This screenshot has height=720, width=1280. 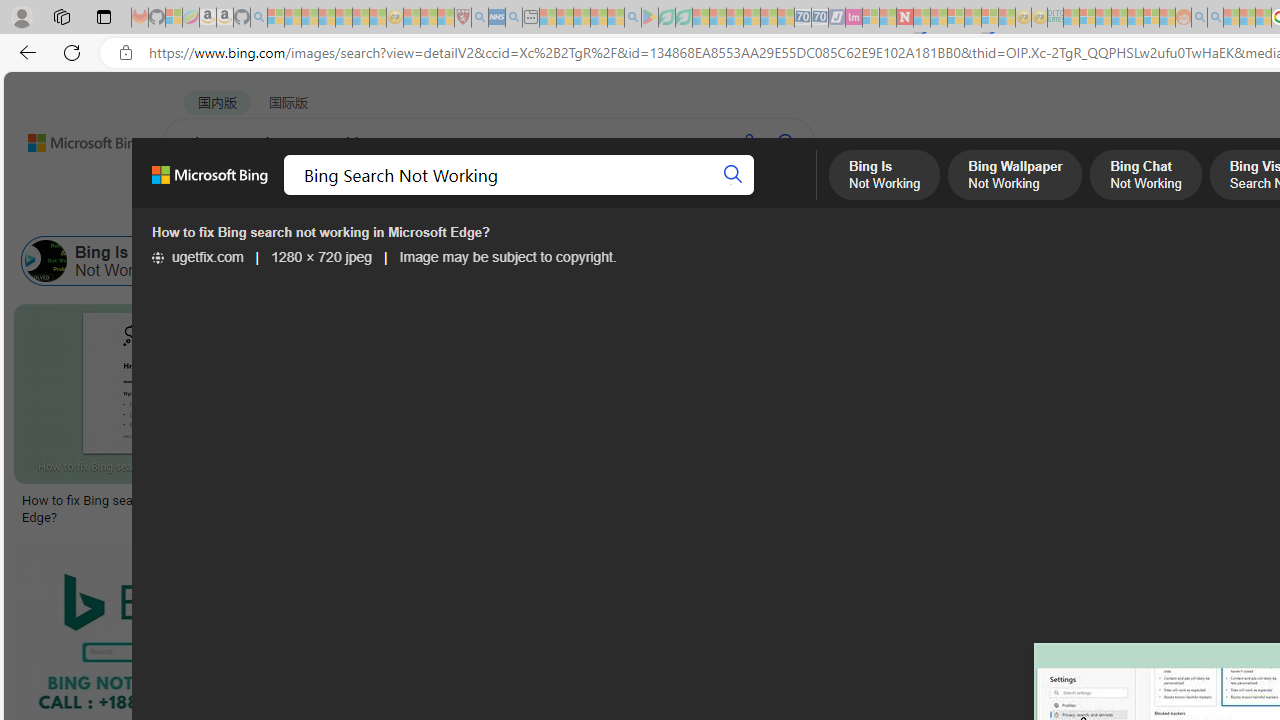 I want to click on 'Microsoft Bing, Back to Bing search', so click(x=209, y=183).